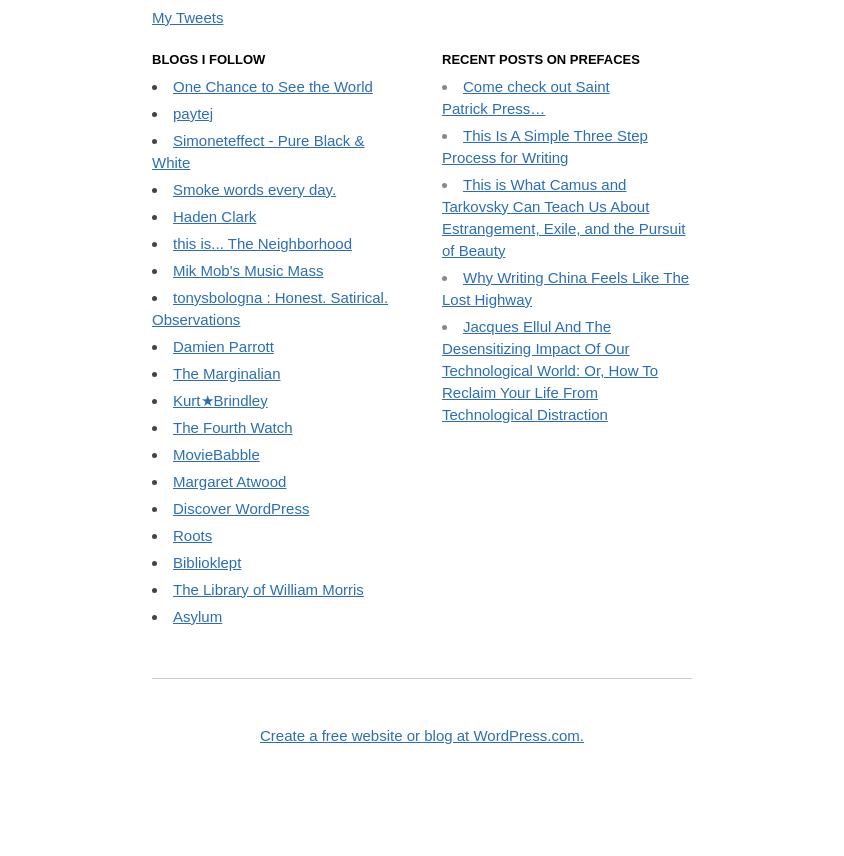  I want to click on 'Simoneteffect - Pure Black & White', so click(257, 314).